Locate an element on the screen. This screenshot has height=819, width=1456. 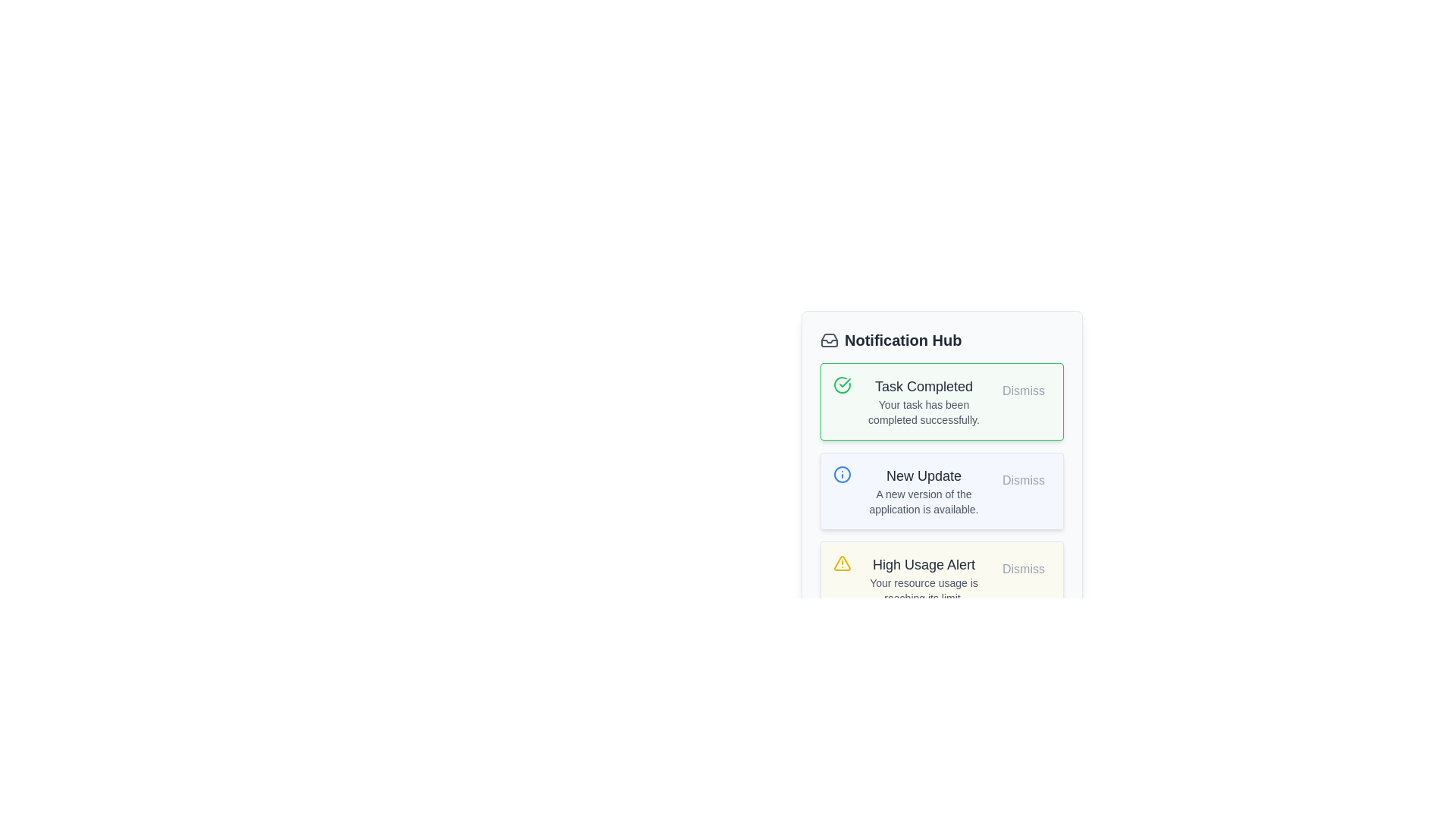
the green circular icon indicating a successful action, located on the left side of the 'Task Completed' notification is located at coordinates (844, 382).